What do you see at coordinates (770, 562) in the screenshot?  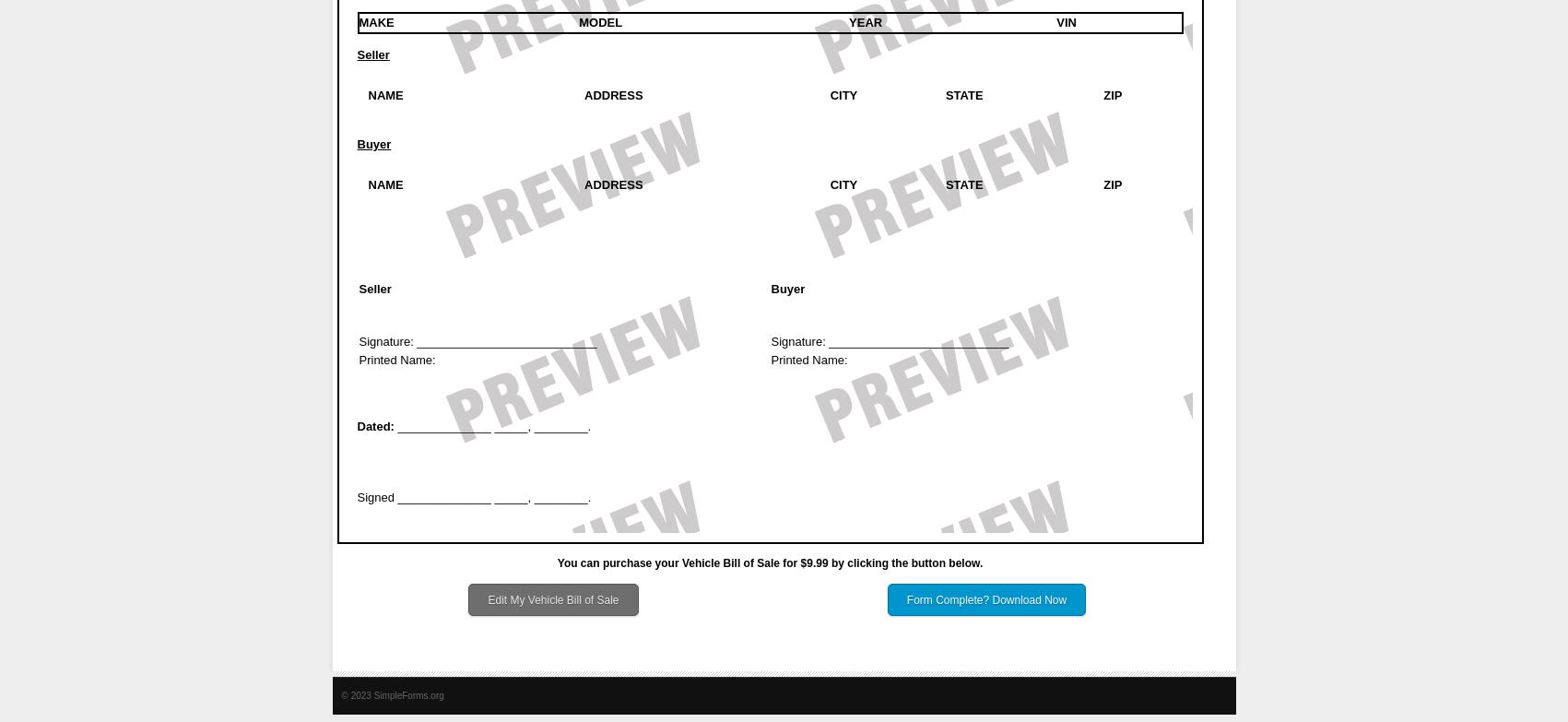 I see `'You can purchase your Vehicle Bill of Sale for $9.99 by clicking the button below.'` at bounding box center [770, 562].